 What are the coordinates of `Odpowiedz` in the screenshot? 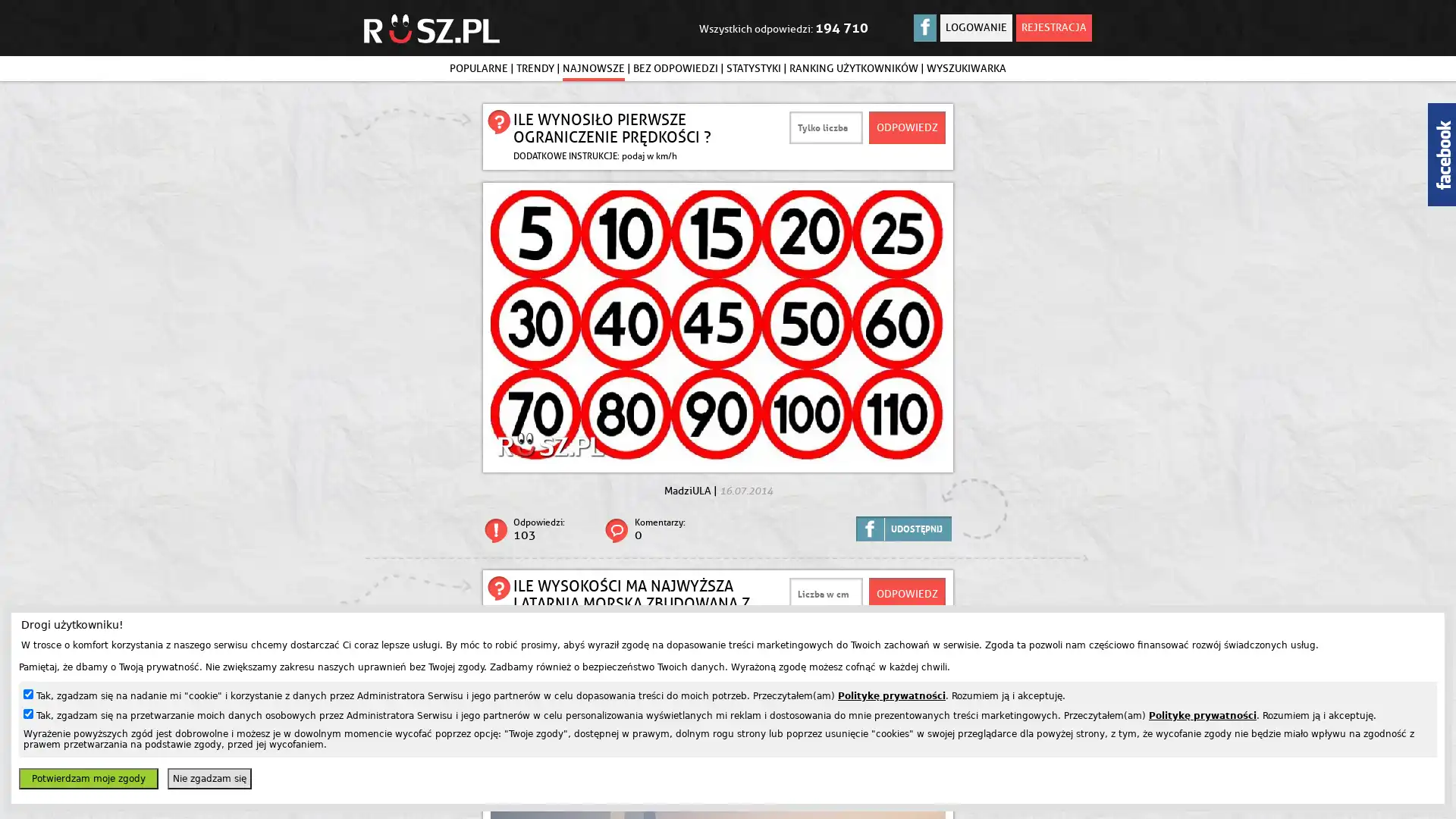 It's located at (907, 127).